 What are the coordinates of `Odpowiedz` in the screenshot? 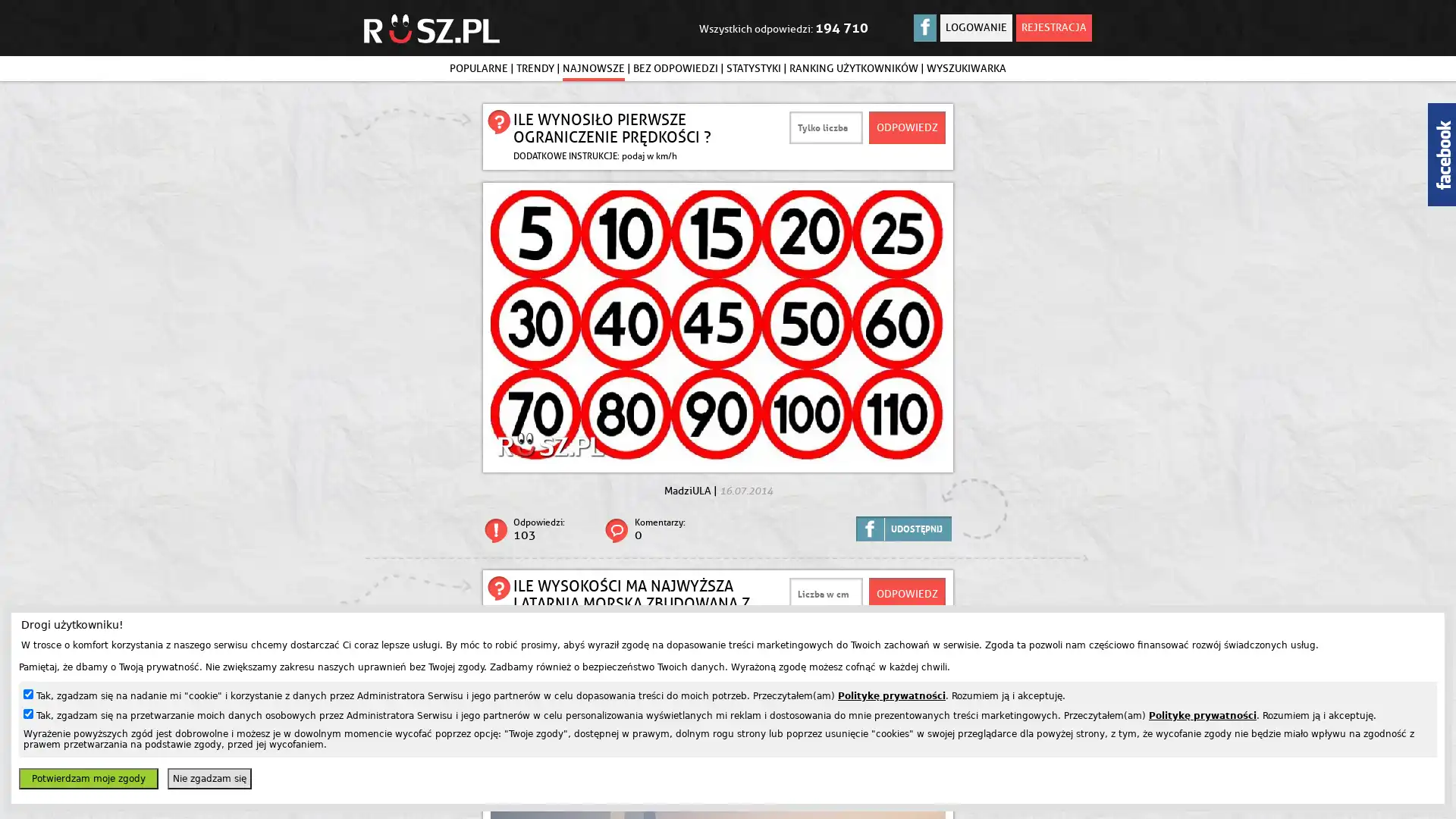 It's located at (907, 127).